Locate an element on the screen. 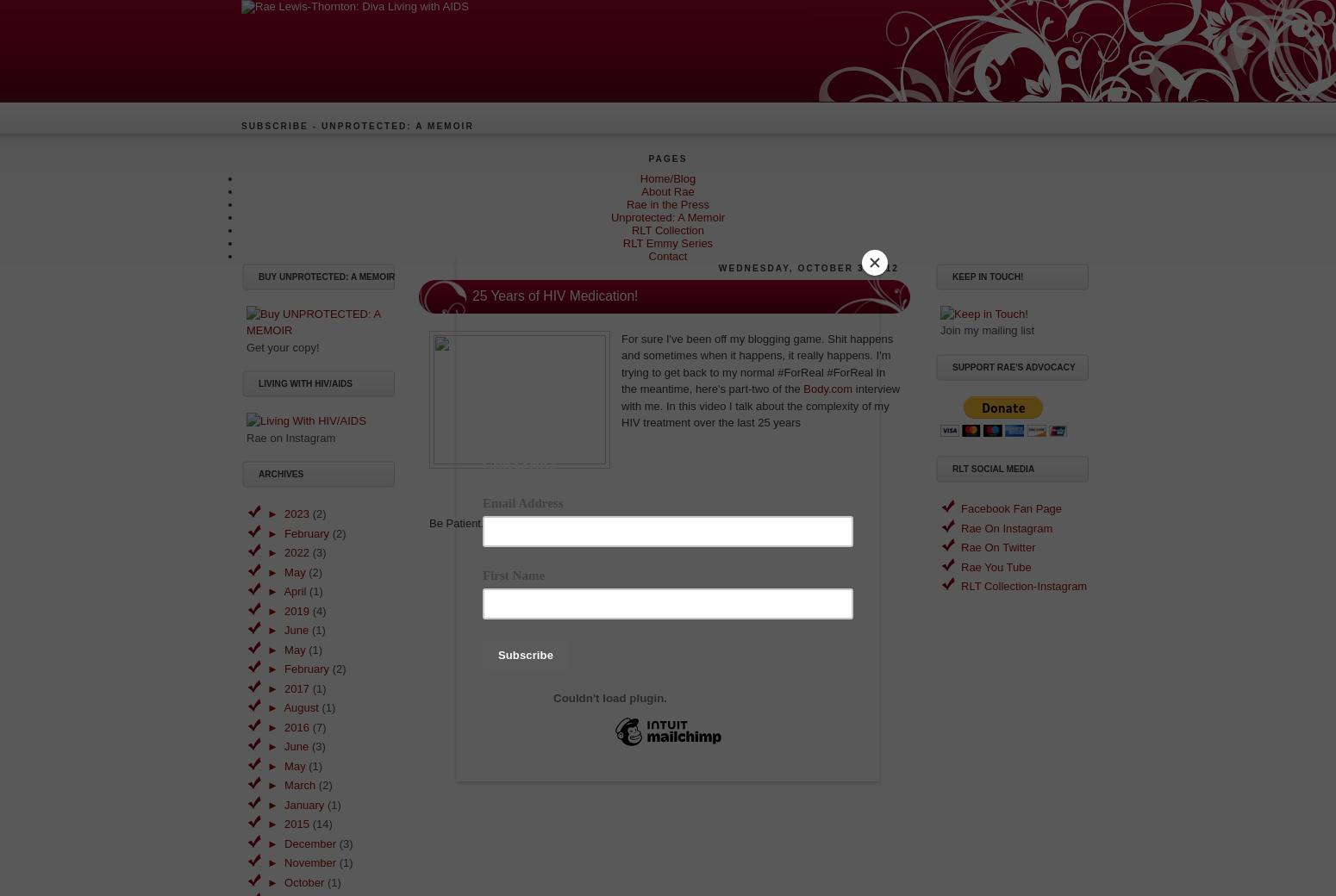 This screenshot has width=1336, height=896. '2019' is located at coordinates (297, 610).